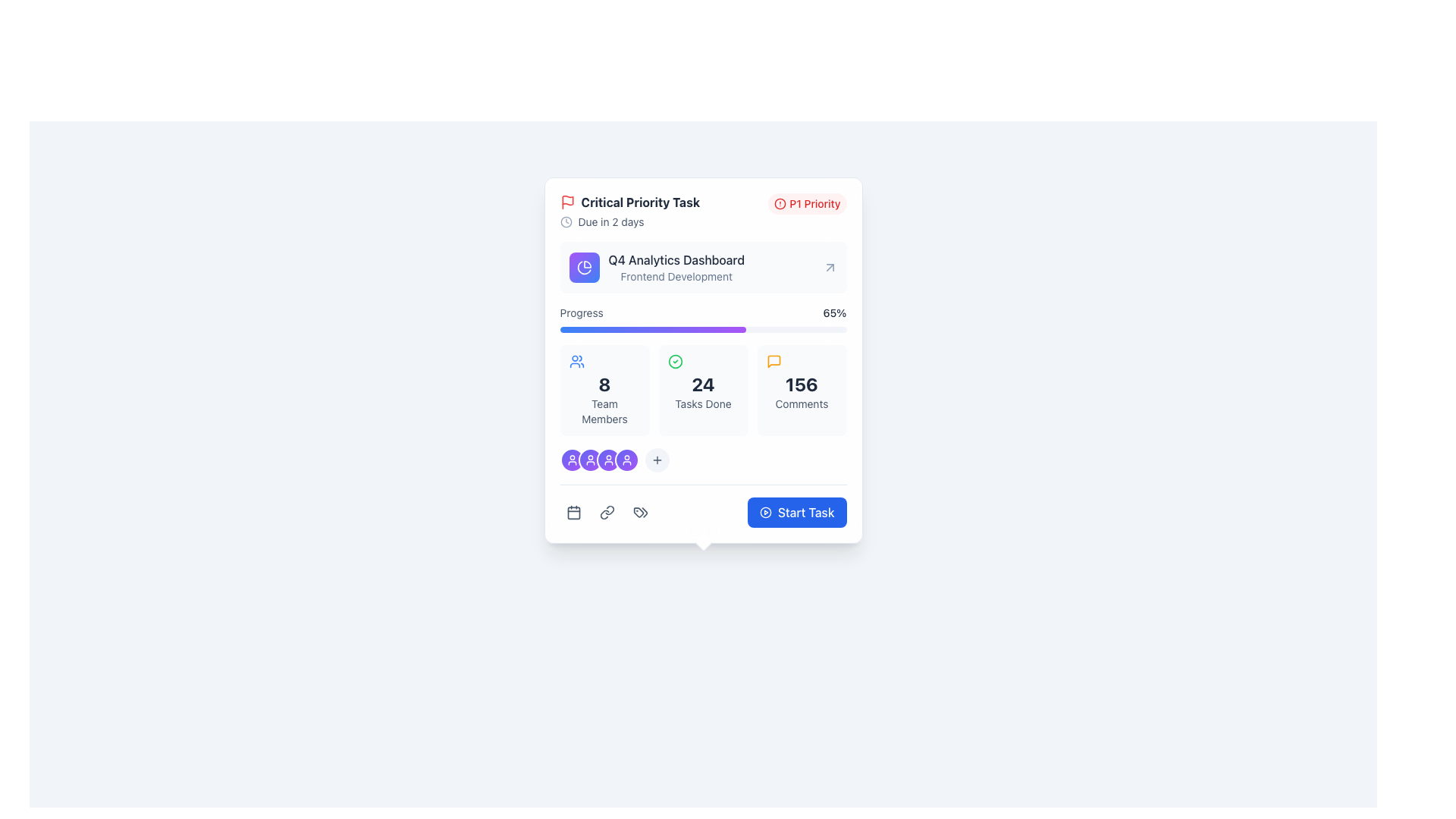 The width and height of the screenshot is (1456, 819). Describe the element at coordinates (702, 390) in the screenshot. I see `displayed information on the Informative Card that shows the number of tasks completed, which is '24', positioned at the center of a grid between the '8 Team Members' card and the '156 Comments' card` at that location.